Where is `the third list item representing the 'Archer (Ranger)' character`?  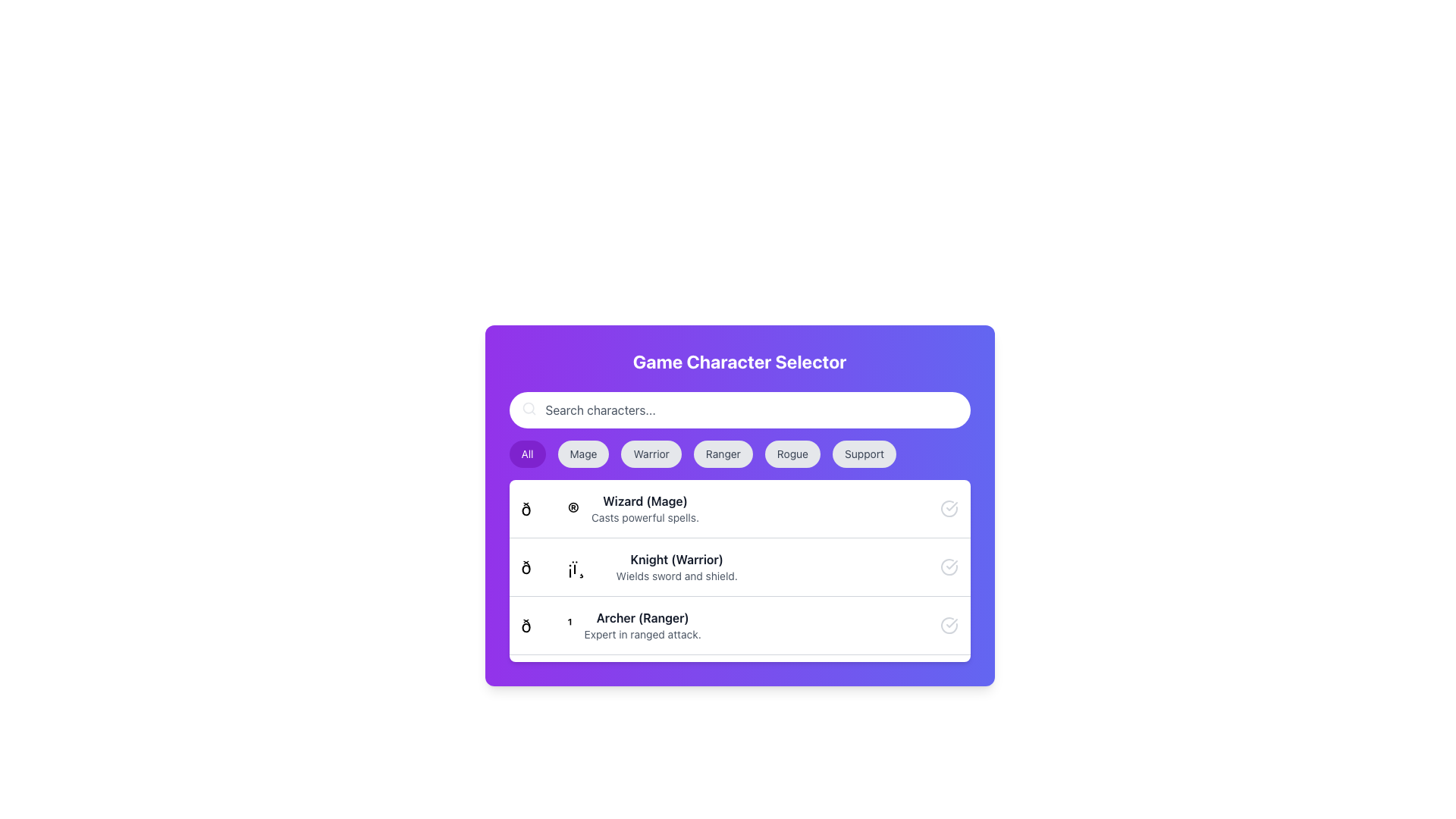
the third list item representing the 'Archer (Ranger)' character is located at coordinates (611, 626).